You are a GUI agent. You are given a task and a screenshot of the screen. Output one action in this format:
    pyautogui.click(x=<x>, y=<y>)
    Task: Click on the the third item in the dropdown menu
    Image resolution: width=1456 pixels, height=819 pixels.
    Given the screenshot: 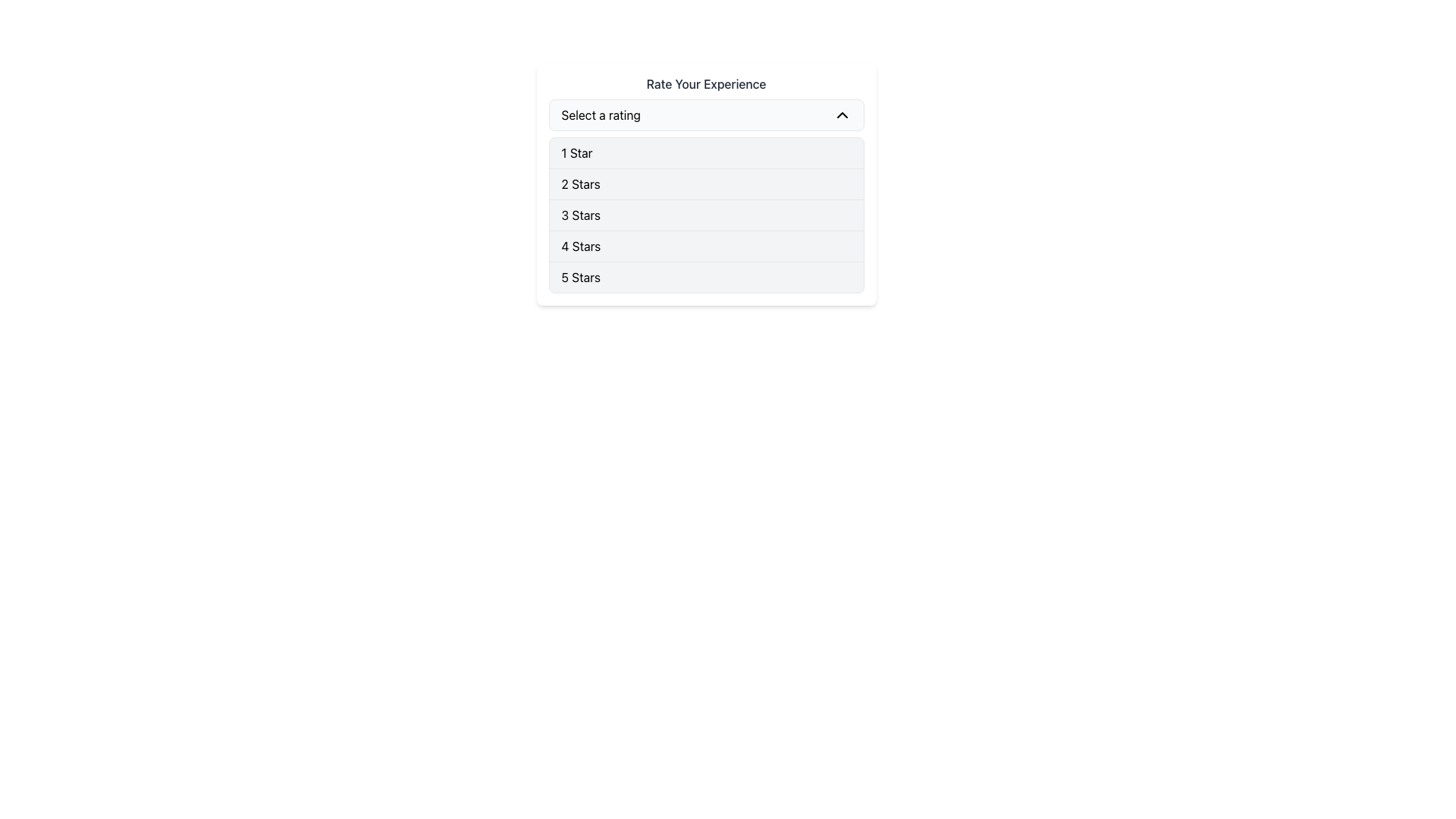 What is the action you would take?
    pyautogui.click(x=705, y=215)
    